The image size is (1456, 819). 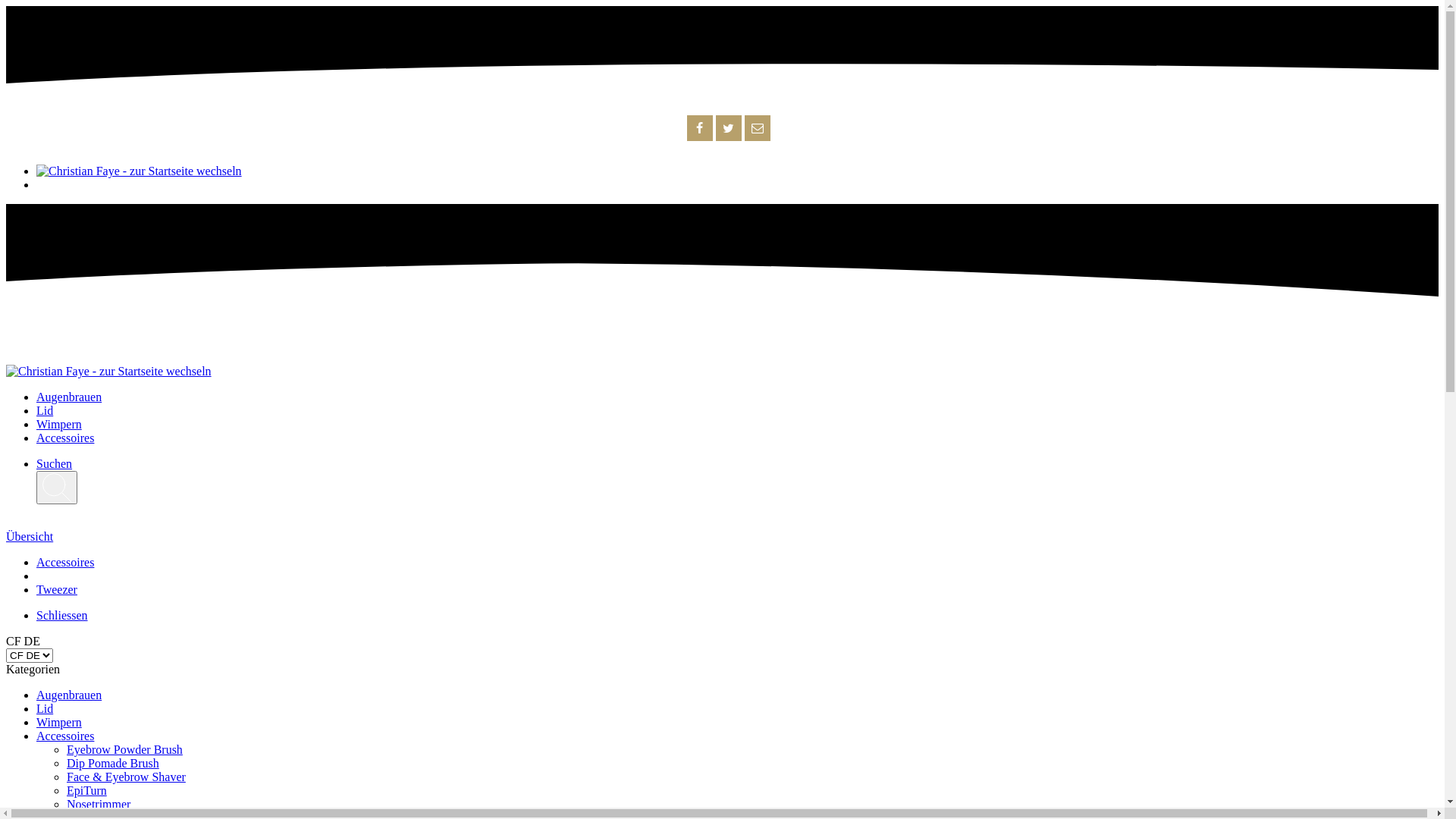 What do you see at coordinates (36, 171) in the screenshot?
I see `'Christian Faye - zur Startseite wechseln'` at bounding box center [36, 171].